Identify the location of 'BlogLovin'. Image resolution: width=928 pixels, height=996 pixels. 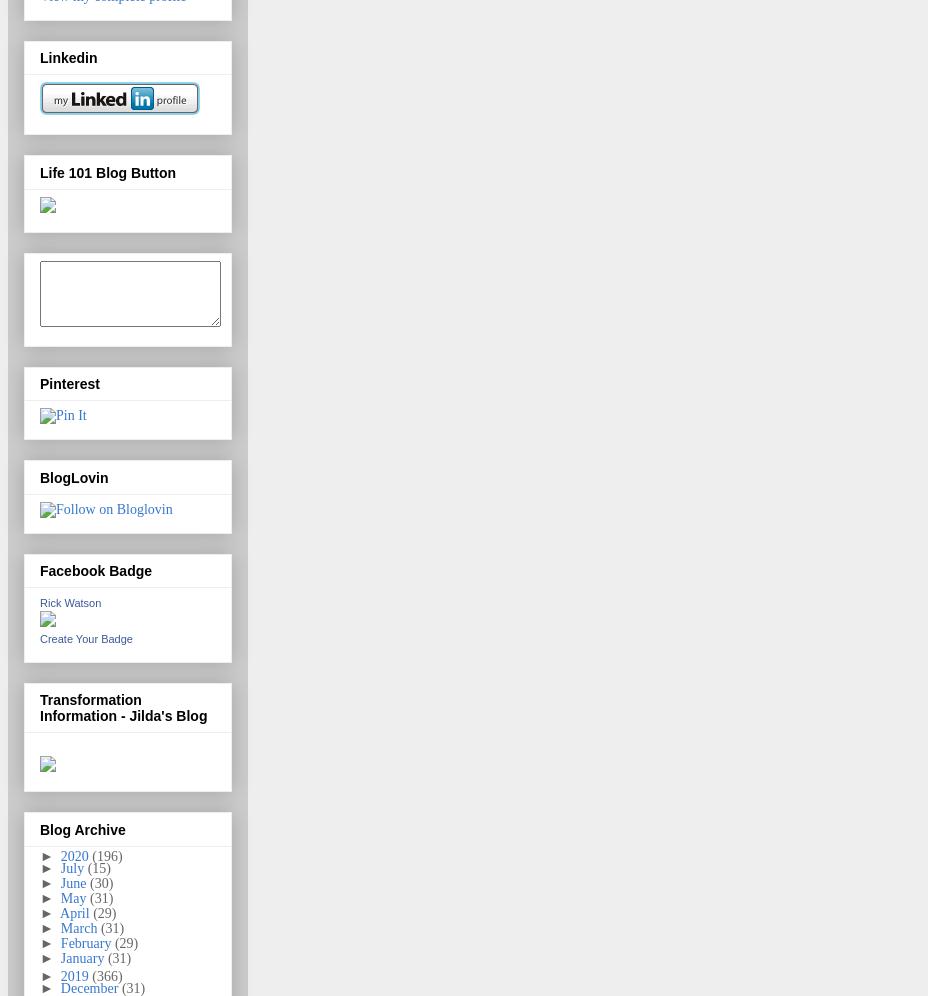
(72, 475).